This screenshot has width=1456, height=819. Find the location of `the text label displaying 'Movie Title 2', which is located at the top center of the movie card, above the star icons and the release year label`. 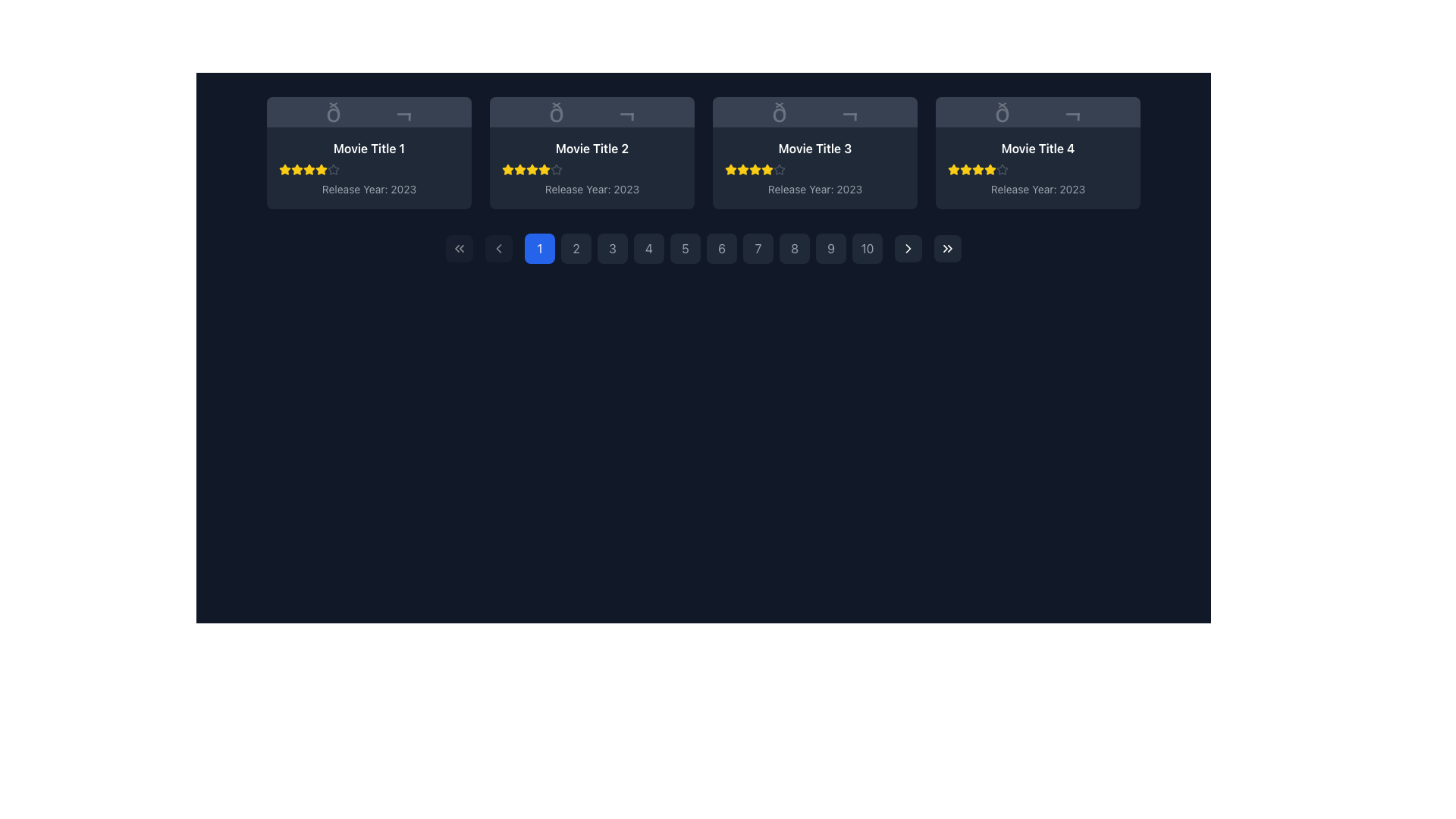

the text label displaying 'Movie Title 2', which is located at the top center of the movie card, above the star icons and the release year label is located at coordinates (591, 149).